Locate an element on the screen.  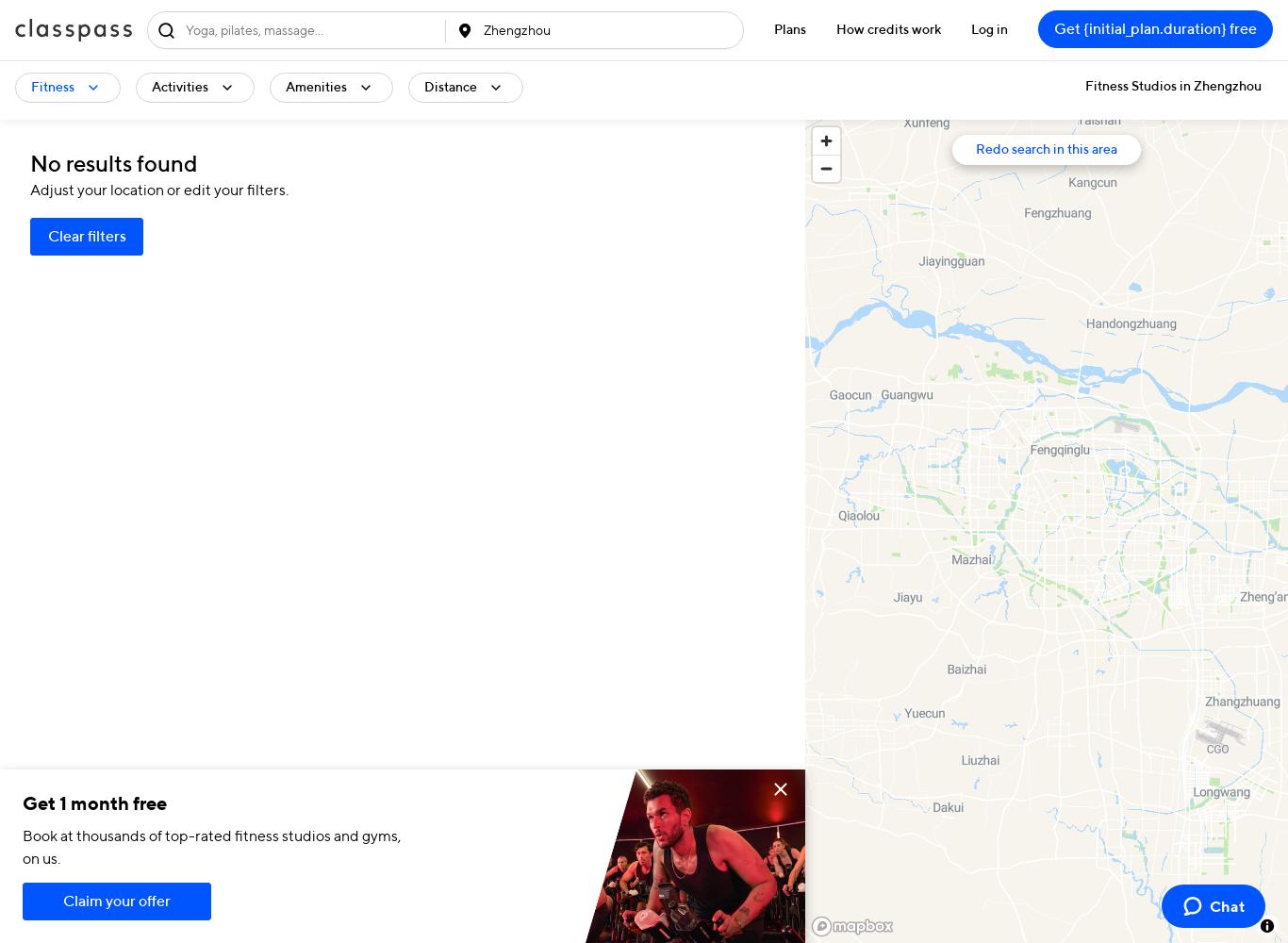
'Get {initial_plan.duration} free' is located at coordinates (1052, 30).